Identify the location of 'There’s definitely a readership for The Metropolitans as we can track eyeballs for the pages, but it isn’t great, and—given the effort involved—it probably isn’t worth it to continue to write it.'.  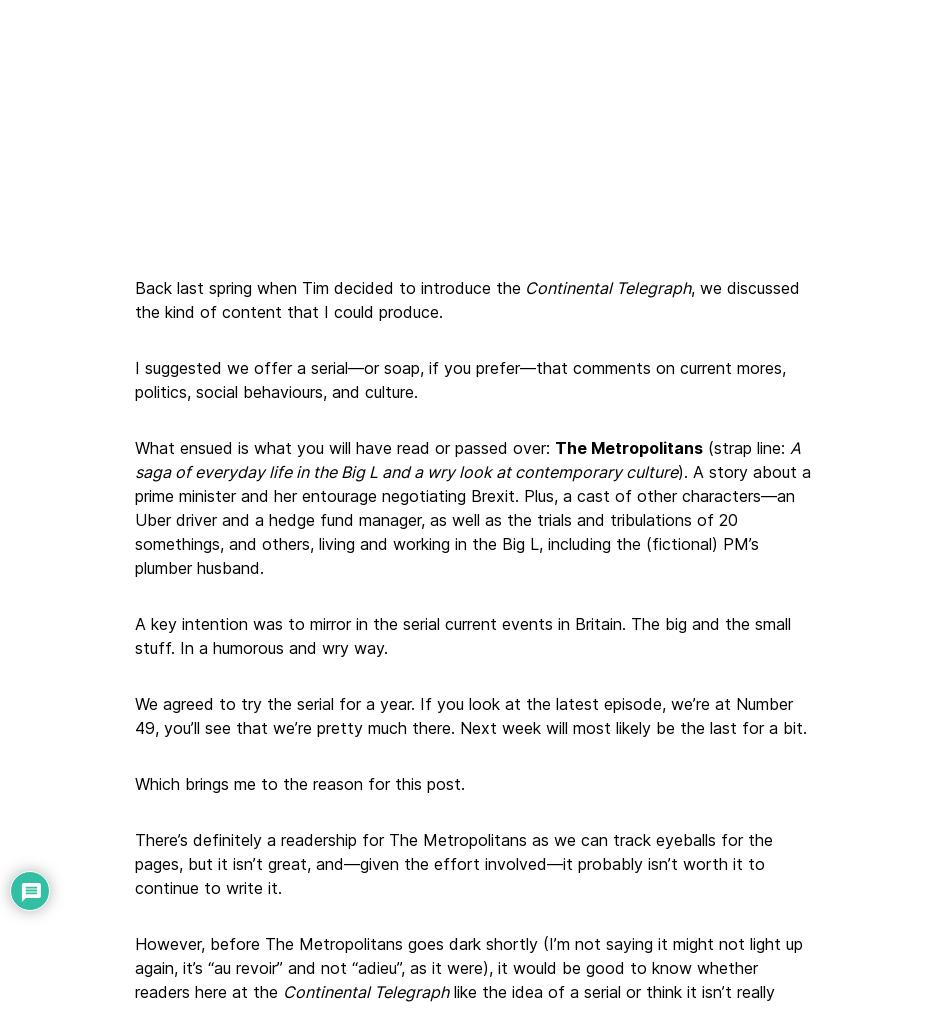
(453, 862).